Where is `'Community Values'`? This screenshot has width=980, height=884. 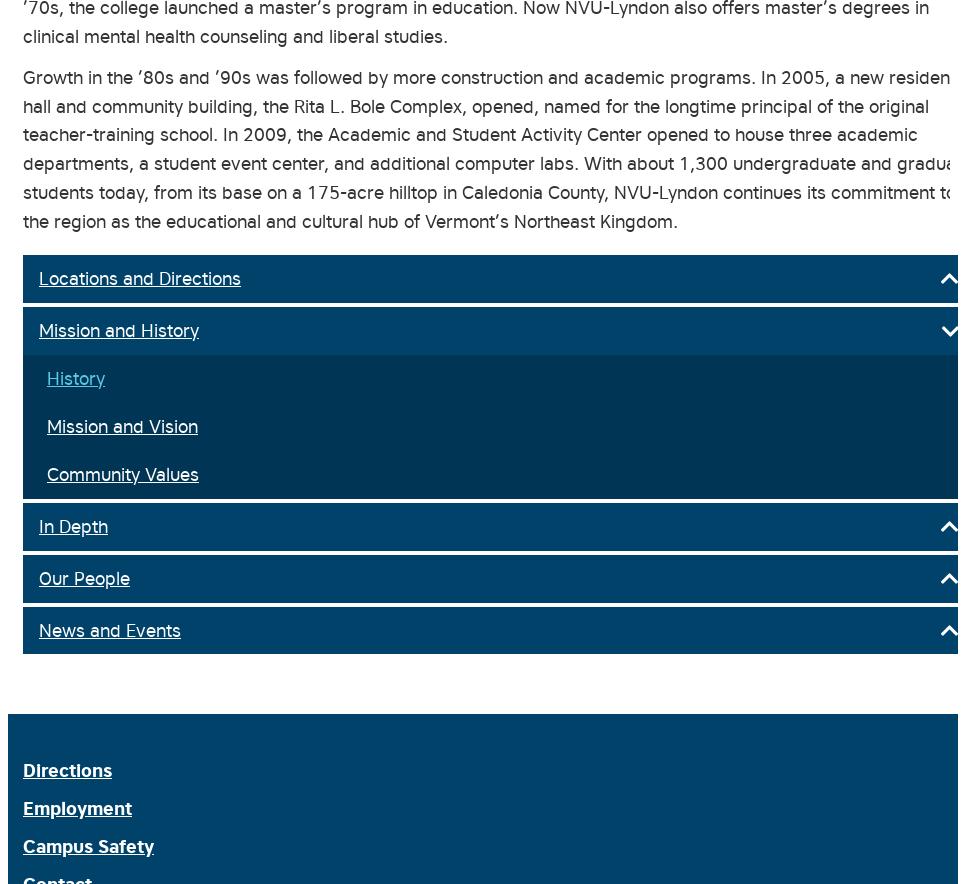 'Community Values' is located at coordinates (122, 473).